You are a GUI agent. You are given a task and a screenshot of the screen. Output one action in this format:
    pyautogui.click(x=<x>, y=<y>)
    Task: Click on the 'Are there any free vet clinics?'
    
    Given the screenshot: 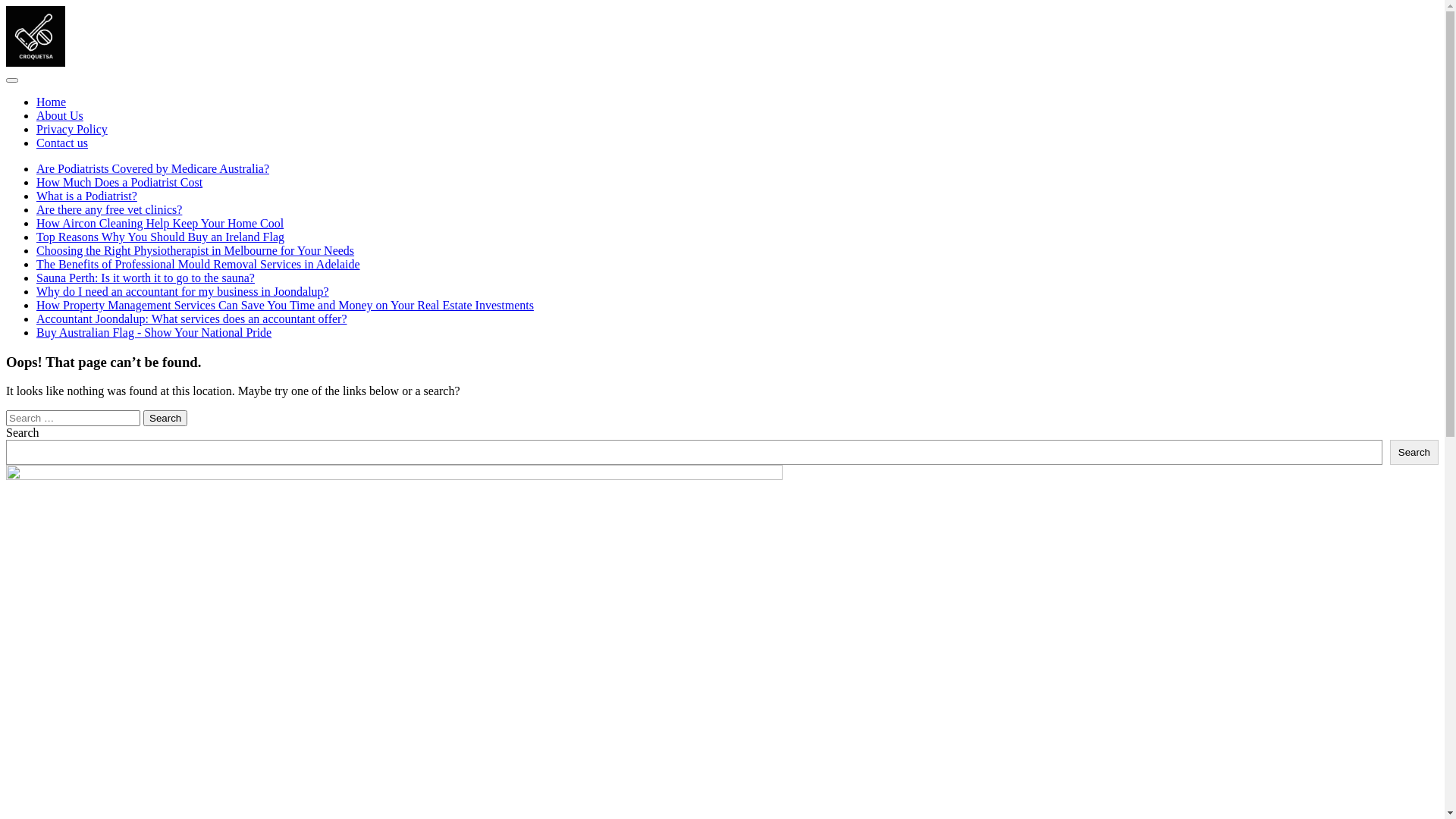 What is the action you would take?
    pyautogui.click(x=108, y=209)
    